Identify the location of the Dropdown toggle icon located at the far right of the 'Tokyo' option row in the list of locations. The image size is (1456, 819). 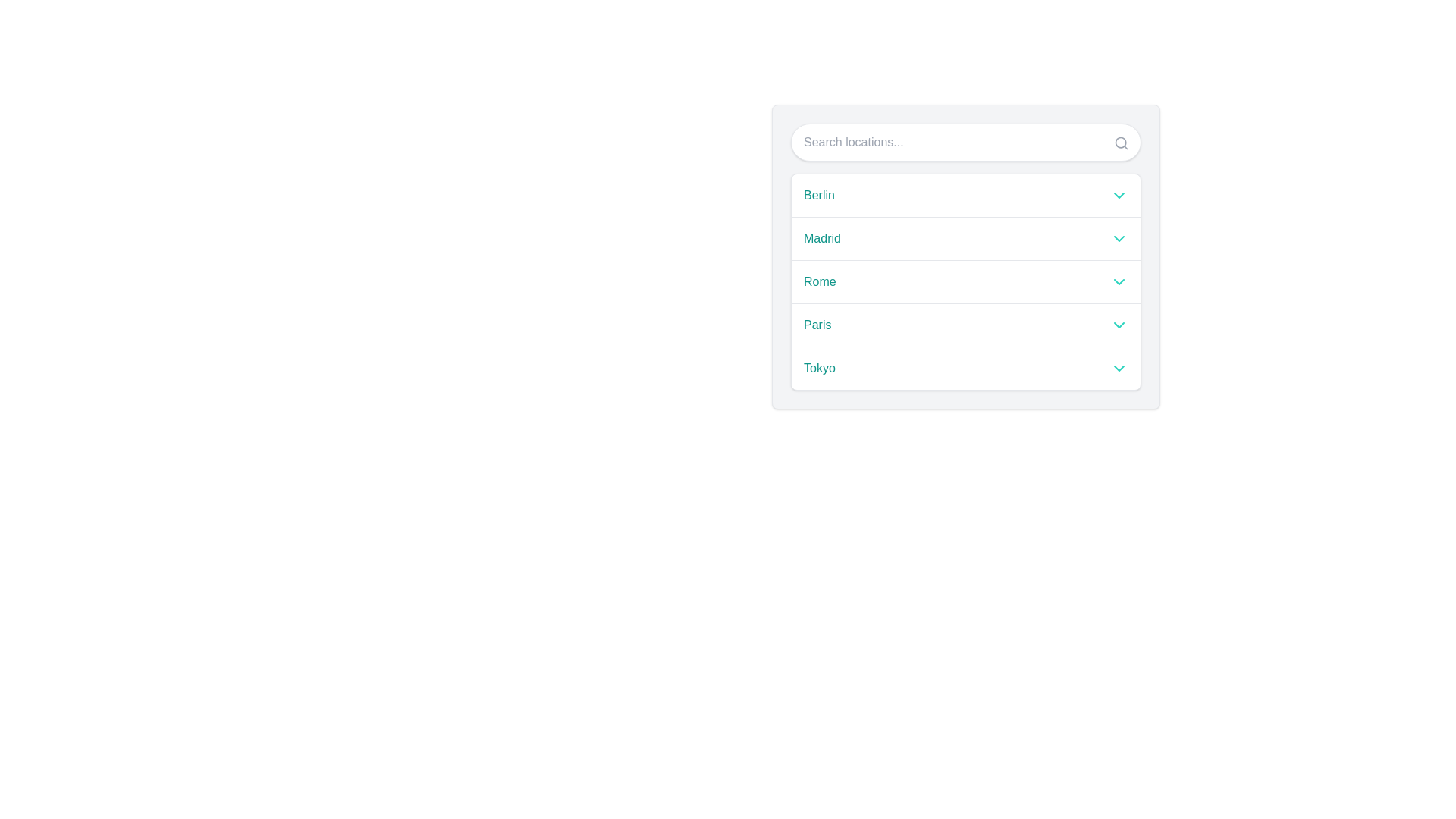
(1119, 369).